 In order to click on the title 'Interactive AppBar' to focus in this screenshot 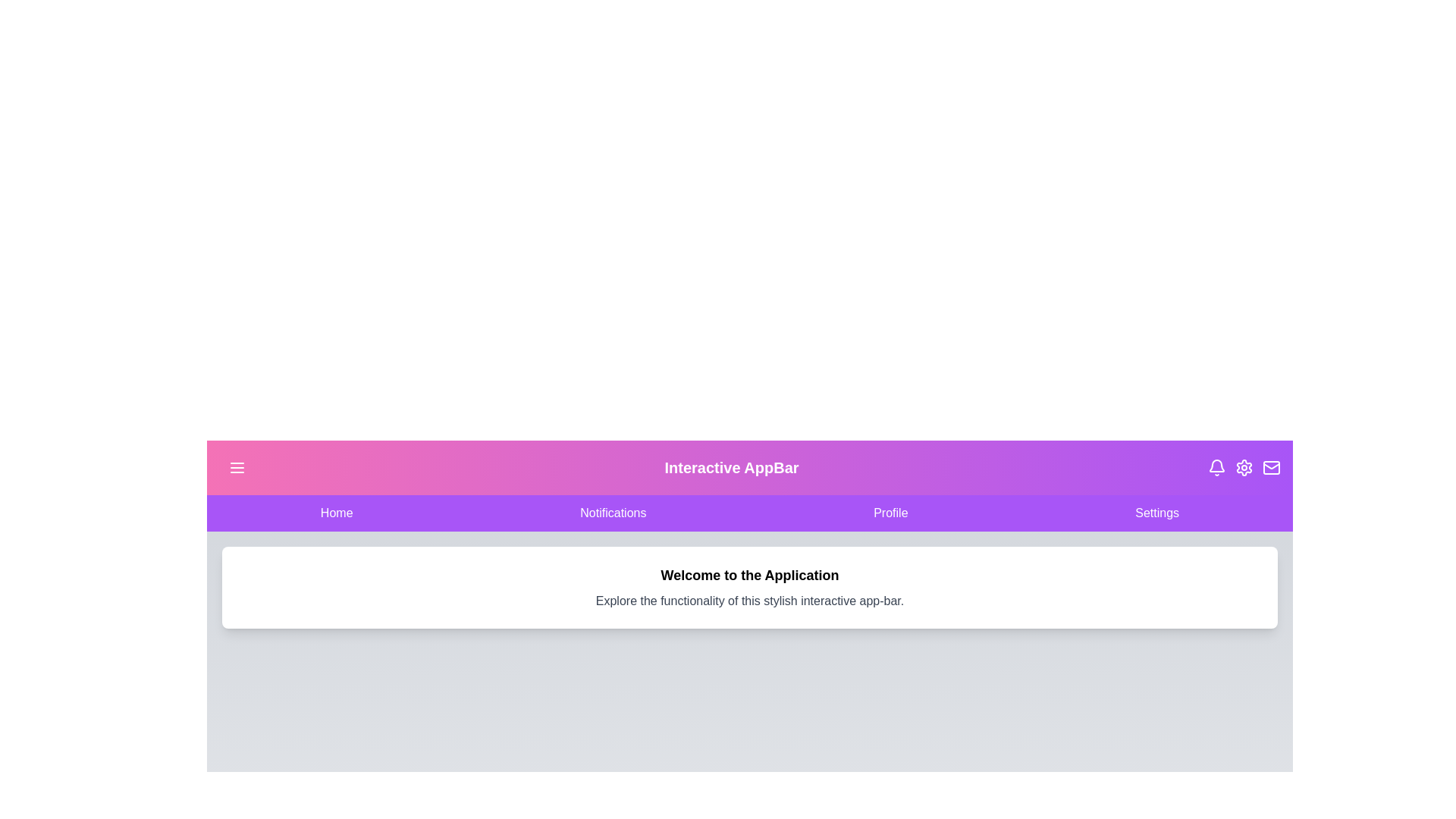, I will do `click(731, 467)`.